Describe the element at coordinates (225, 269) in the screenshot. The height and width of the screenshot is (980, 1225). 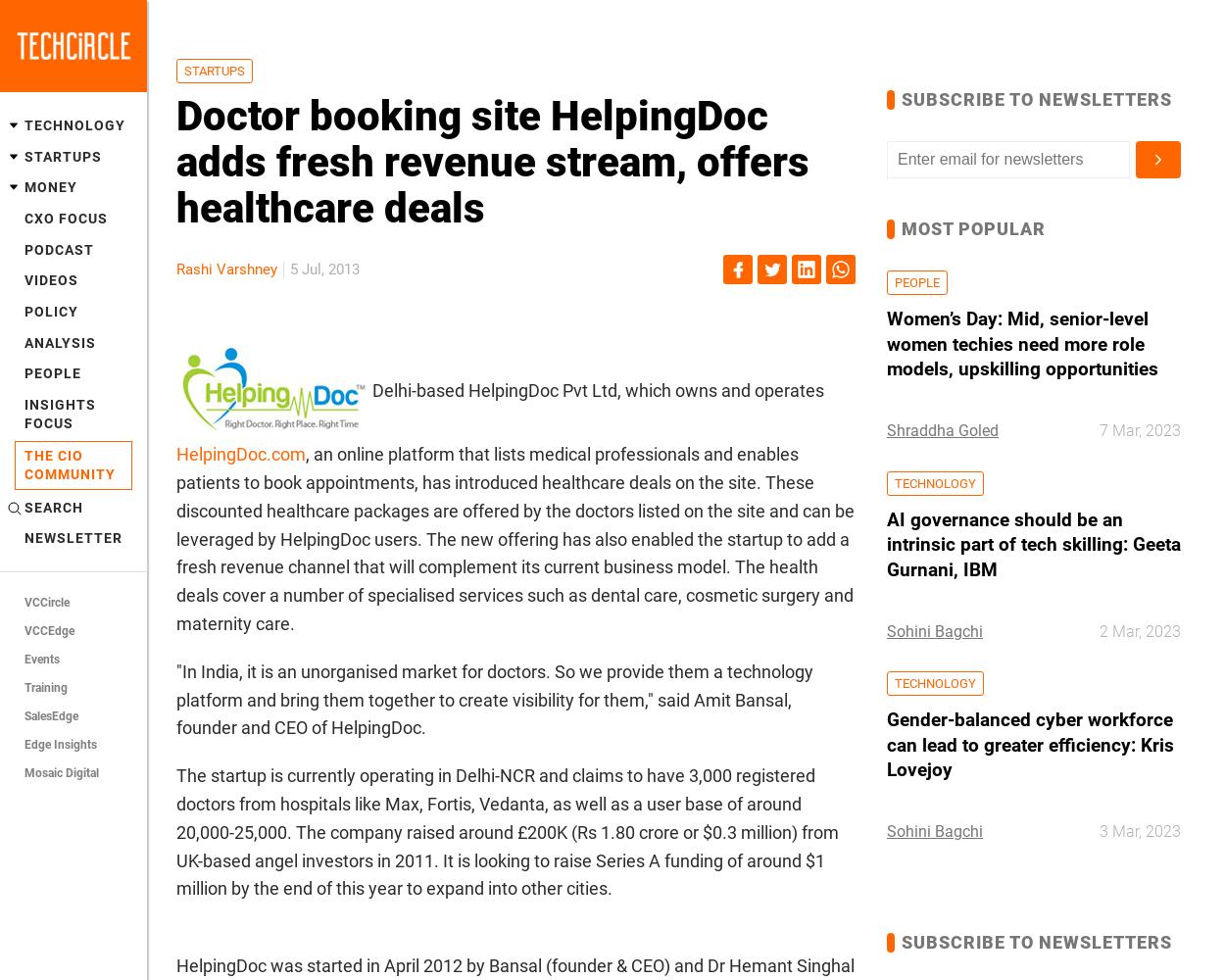
I see `'Rashi Varshney'` at that location.